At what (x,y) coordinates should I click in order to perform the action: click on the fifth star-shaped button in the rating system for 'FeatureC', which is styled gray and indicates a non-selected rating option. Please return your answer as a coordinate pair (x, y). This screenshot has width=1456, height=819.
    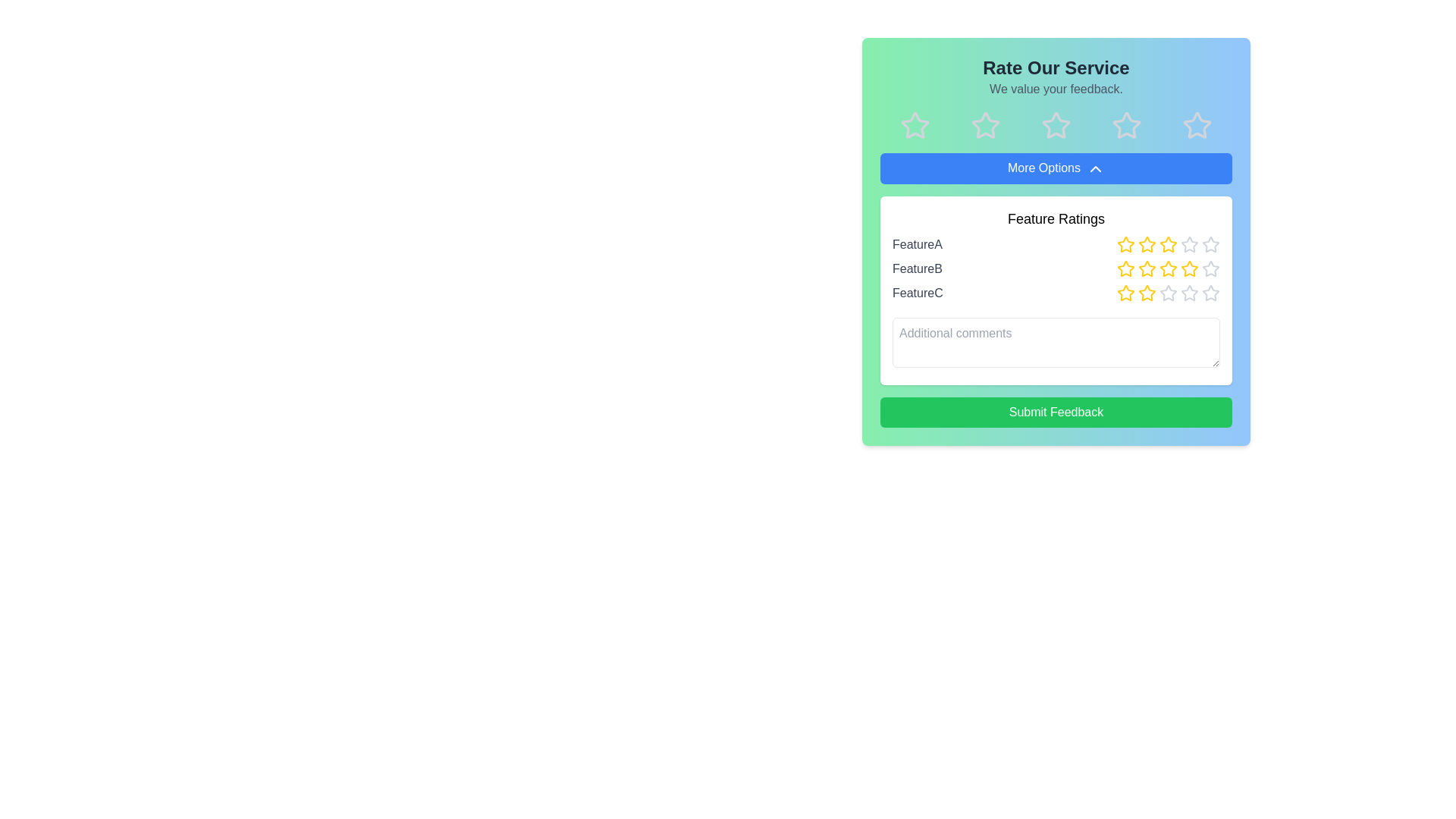
    Looking at the image, I should click on (1210, 292).